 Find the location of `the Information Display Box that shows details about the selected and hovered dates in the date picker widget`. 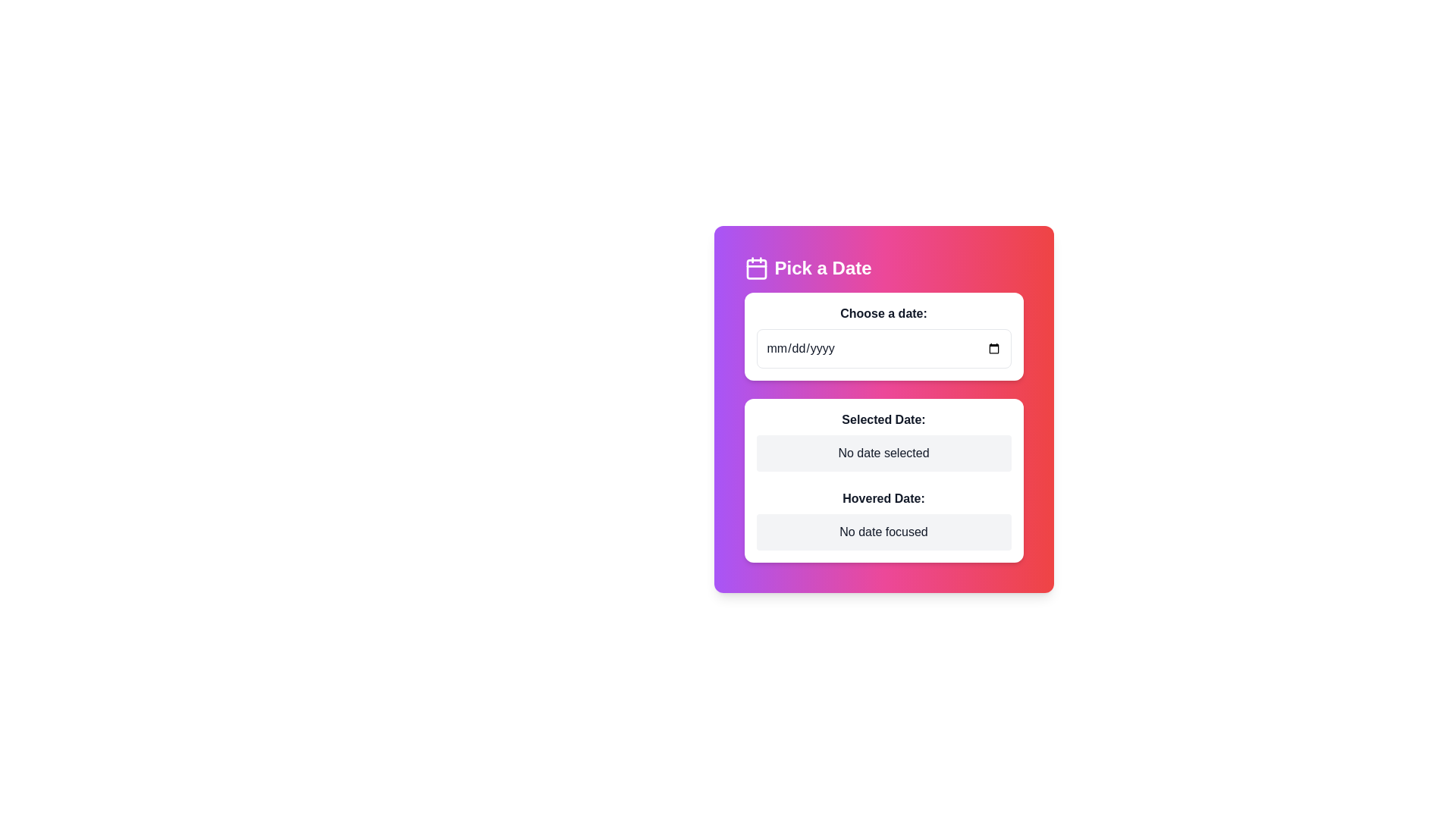

the Information Display Box that shows details about the selected and hovered dates in the date picker widget is located at coordinates (883, 480).